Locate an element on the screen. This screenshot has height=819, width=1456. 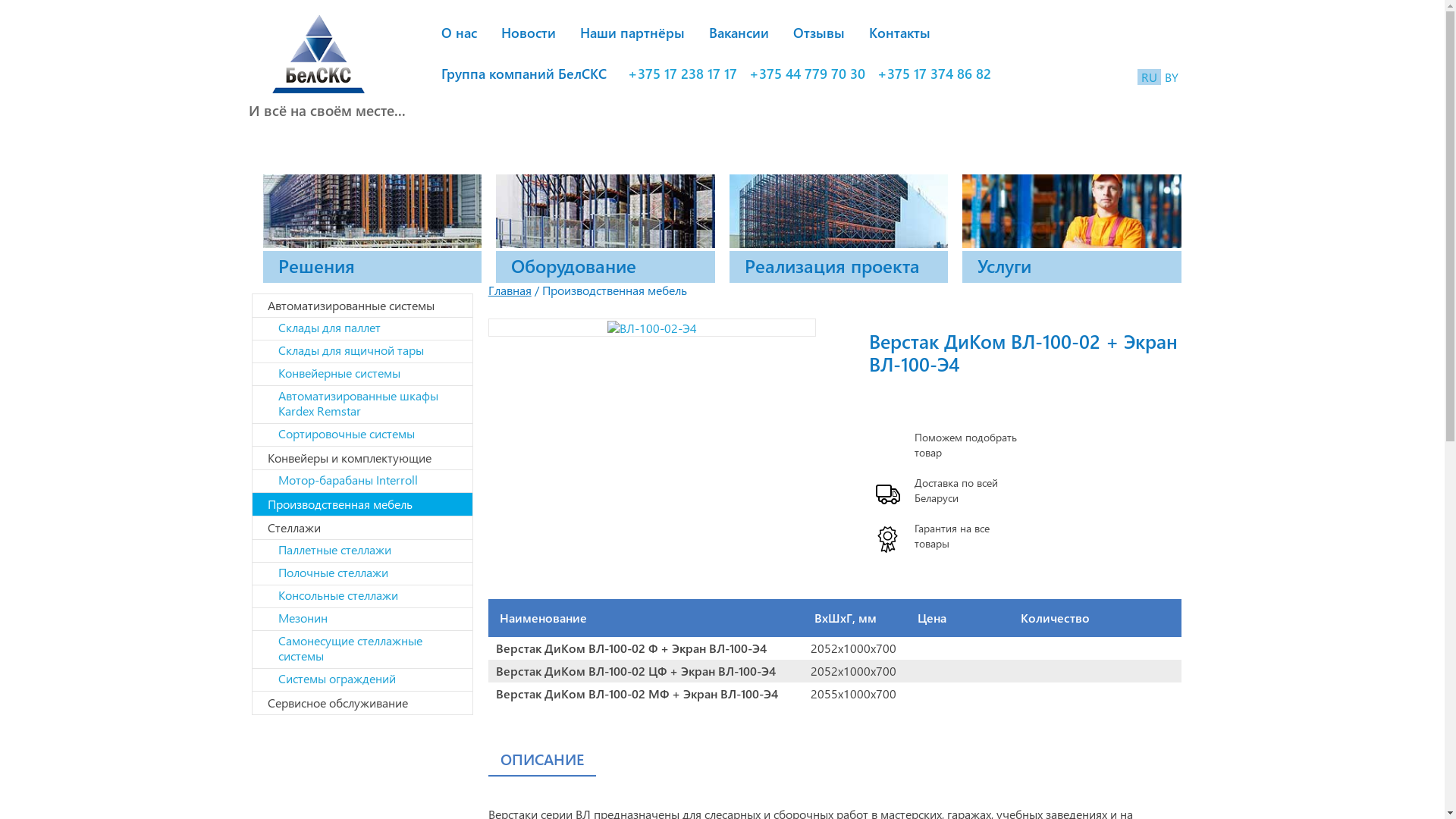
'+375 17 238 17 17' is located at coordinates (628, 73).